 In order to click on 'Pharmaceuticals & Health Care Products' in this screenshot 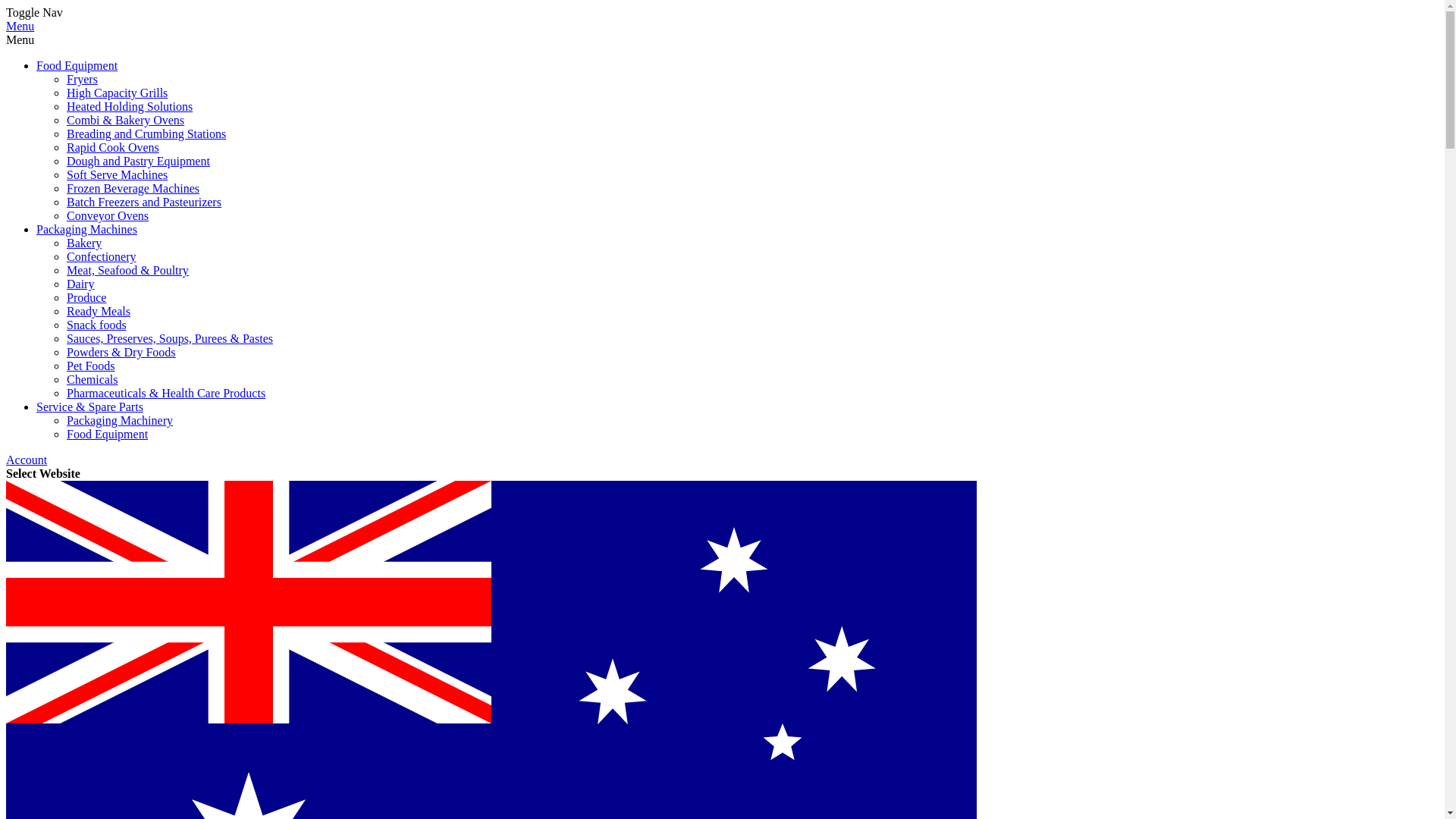, I will do `click(166, 392)`.